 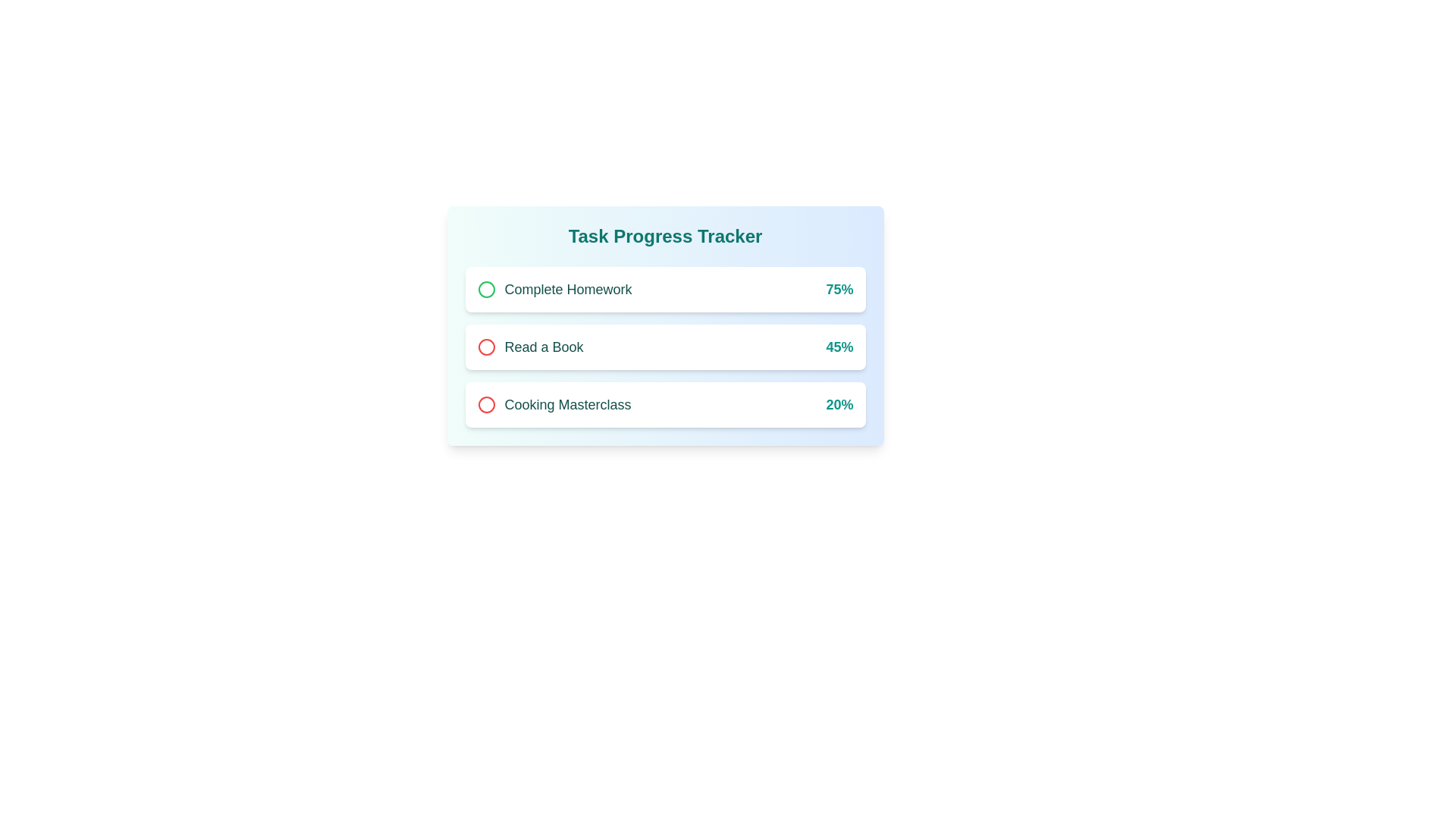 I want to click on the progress percentage text label for the task 'Complete Homework', which is located at the far-right side of its containing rectangular area, so click(x=839, y=289).